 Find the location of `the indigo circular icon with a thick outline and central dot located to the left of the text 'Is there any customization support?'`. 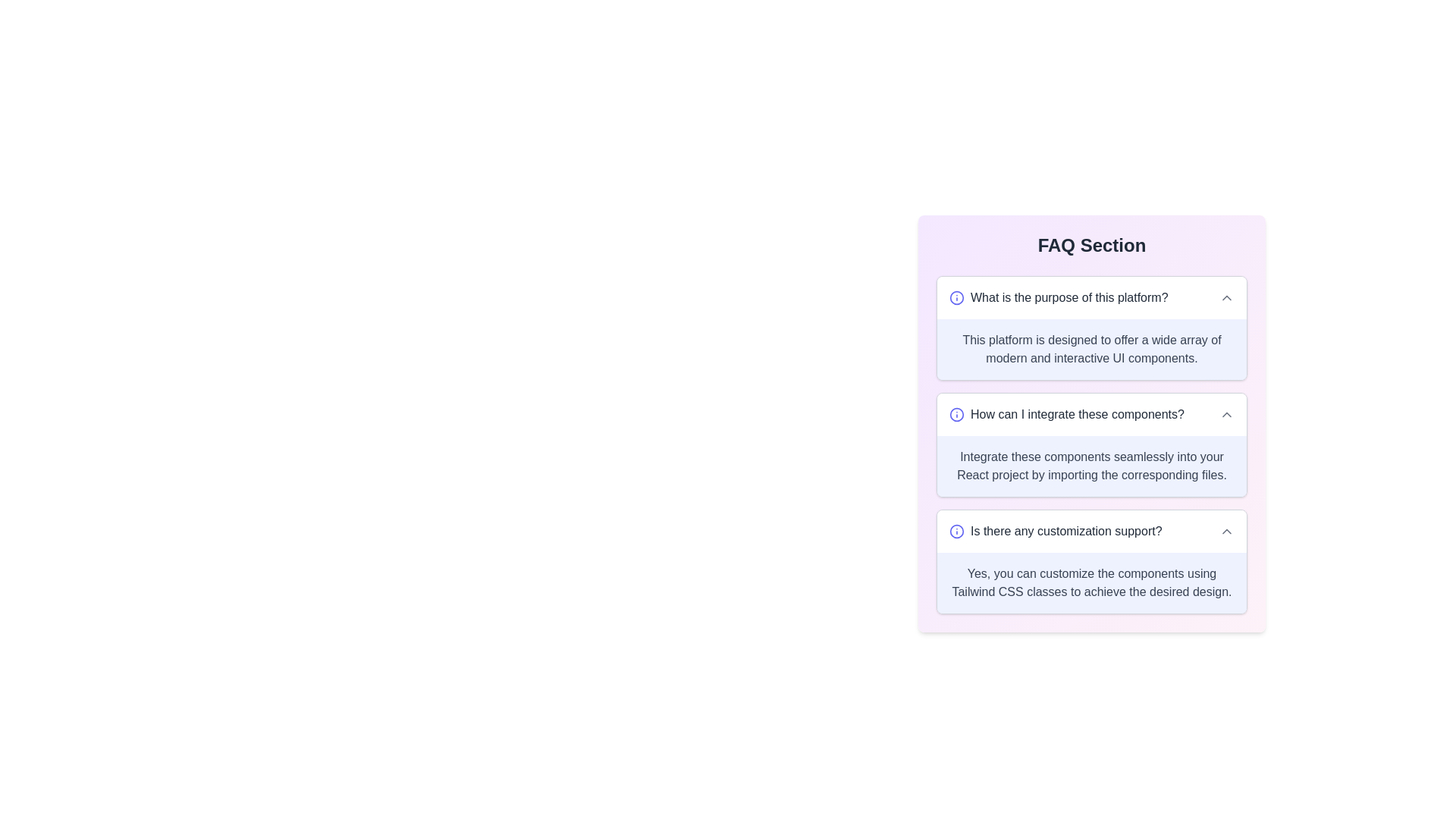

the indigo circular icon with a thick outline and central dot located to the left of the text 'Is there any customization support?' is located at coordinates (956, 531).